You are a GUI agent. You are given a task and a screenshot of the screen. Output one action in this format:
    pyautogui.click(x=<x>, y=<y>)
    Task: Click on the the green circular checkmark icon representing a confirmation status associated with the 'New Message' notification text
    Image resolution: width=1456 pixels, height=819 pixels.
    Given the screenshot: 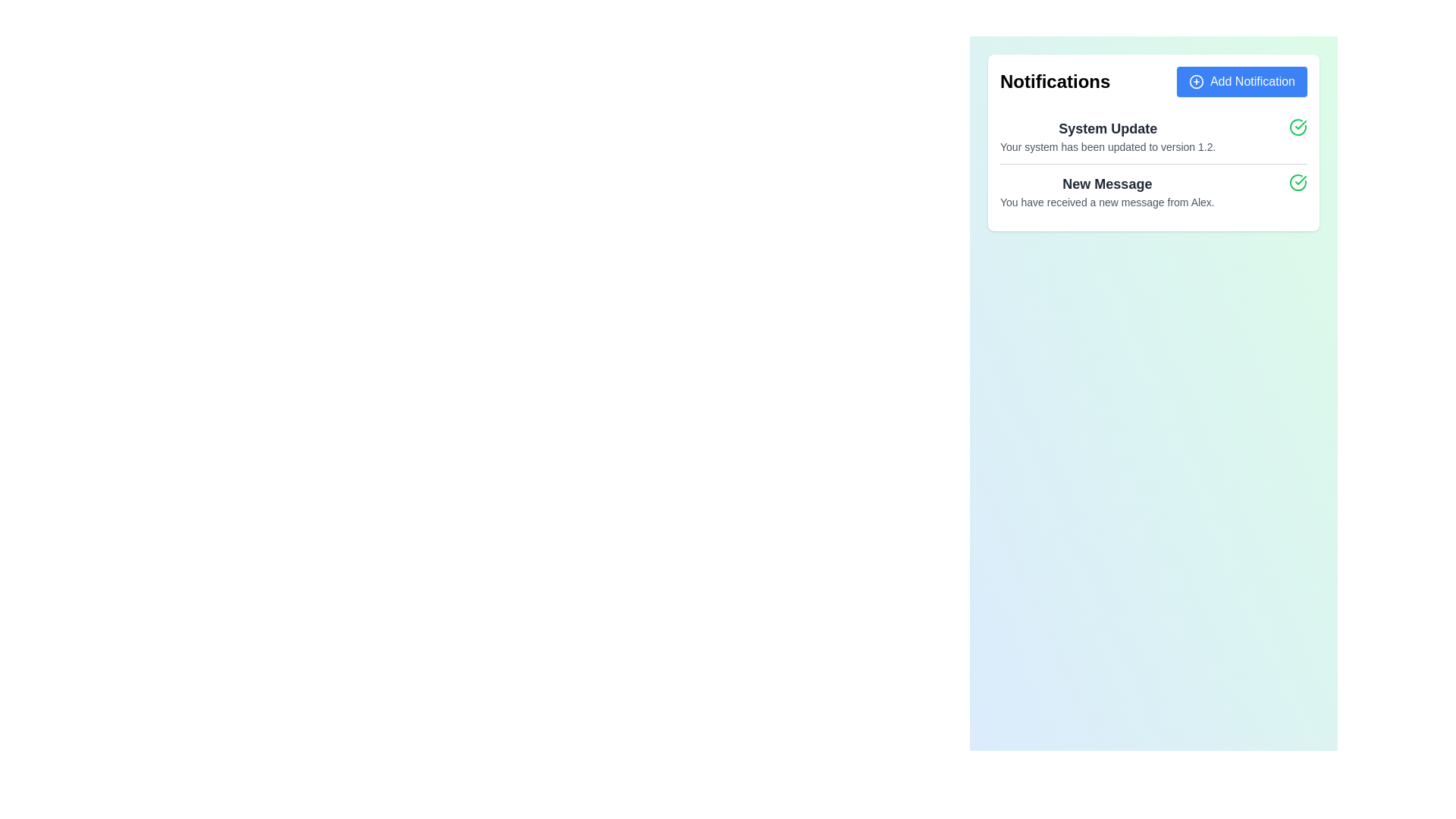 What is the action you would take?
    pyautogui.click(x=1300, y=124)
    